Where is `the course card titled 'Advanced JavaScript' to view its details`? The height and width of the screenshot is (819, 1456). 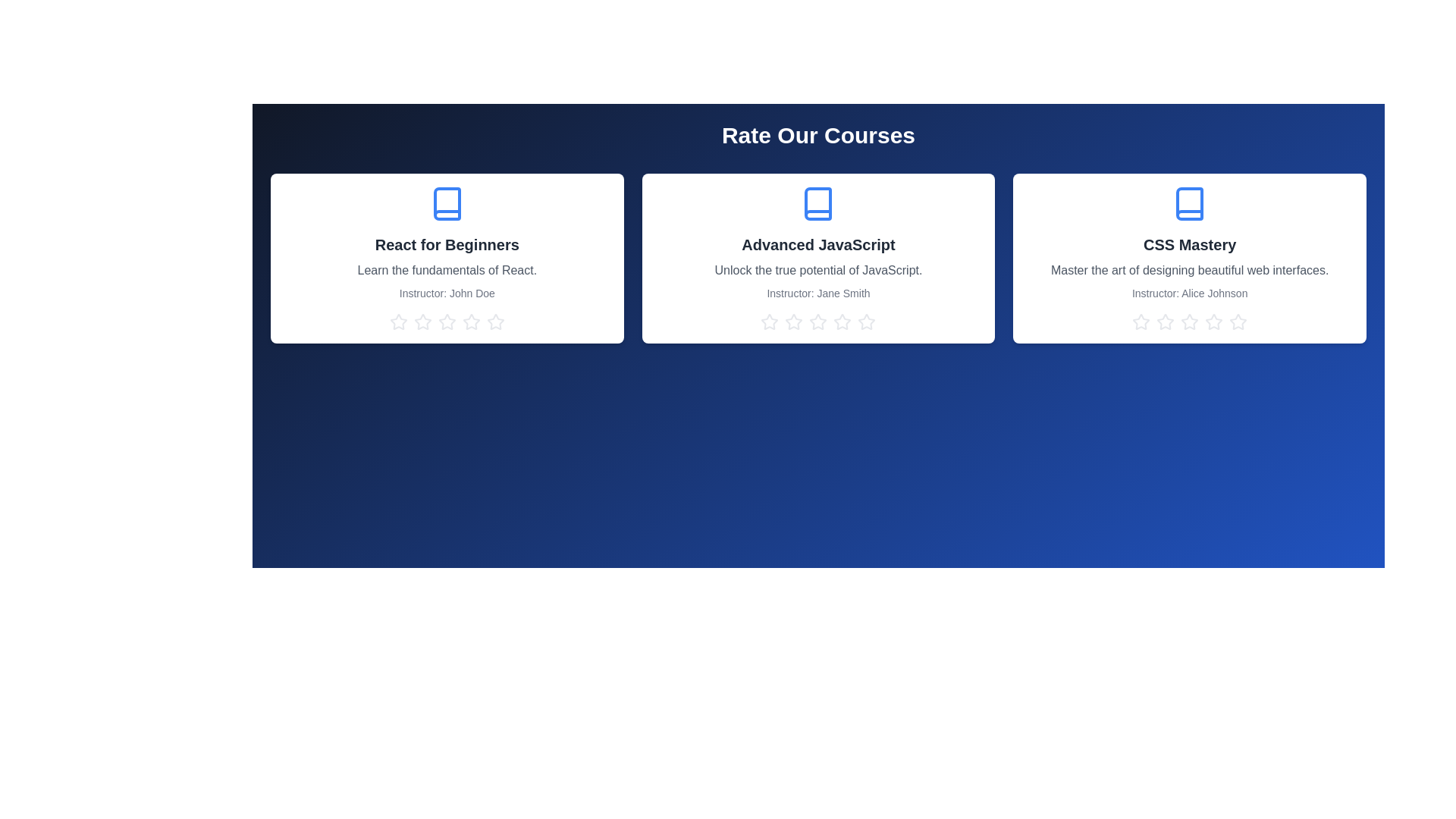 the course card titled 'Advanced JavaScript' to view its details is located at coordinates (817, 257).